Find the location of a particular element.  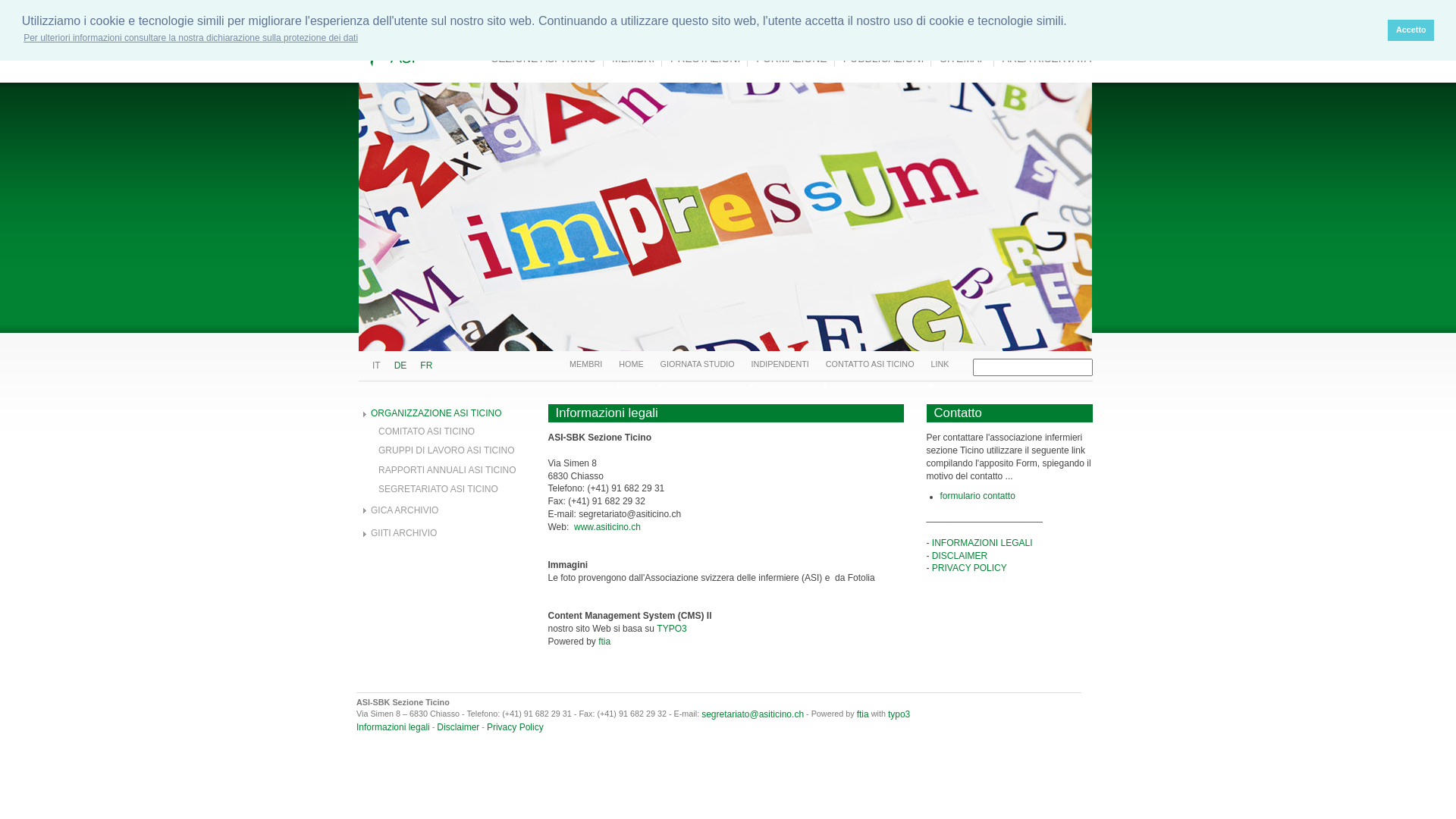

'ftia' is located at coordinates (862, 714).